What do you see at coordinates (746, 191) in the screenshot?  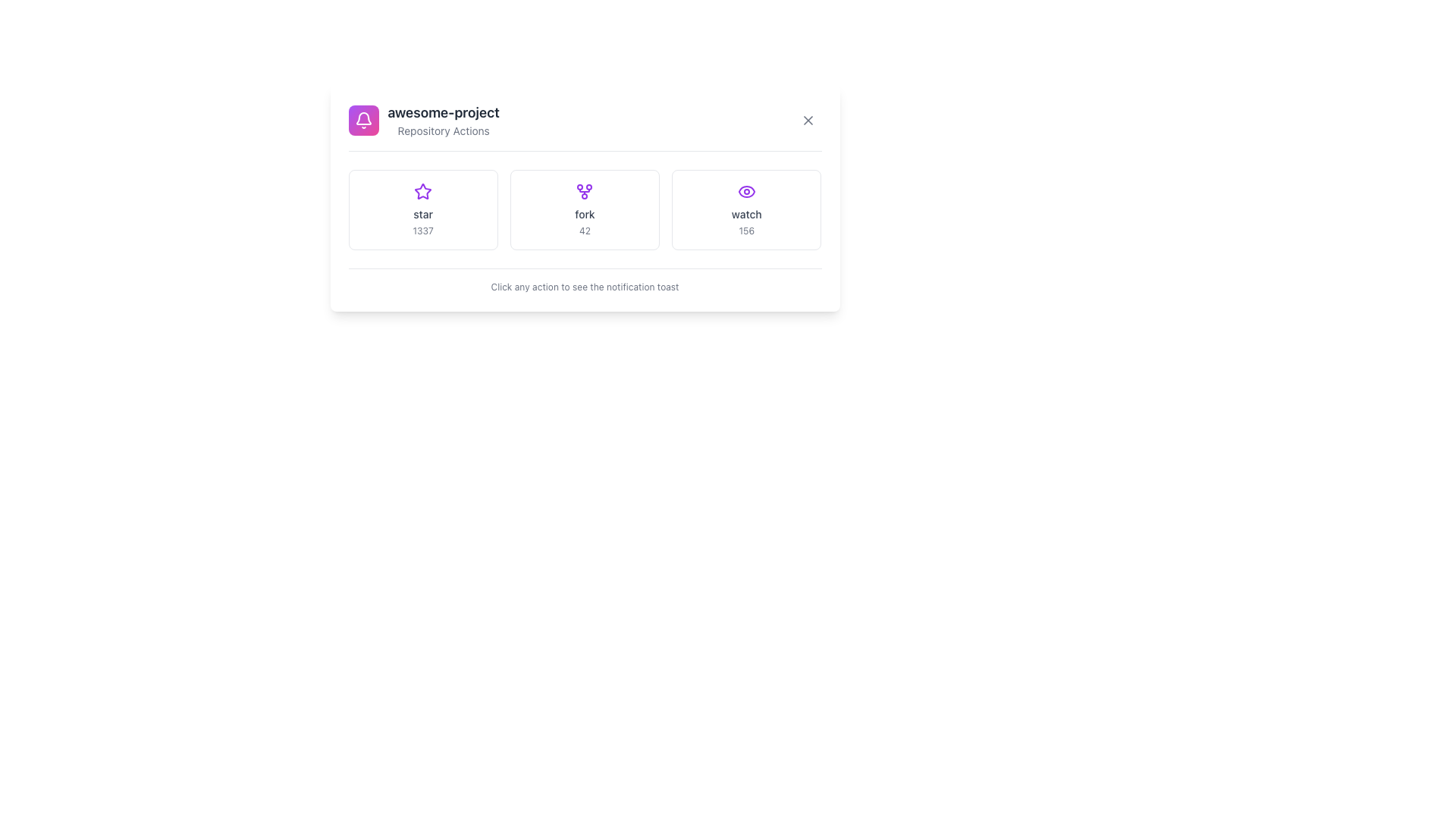 I see `the 'watch' icon located in the rightmost section of the interface, positioned above the label 'watch' and next to the numeric counter '156'` at bounding box center [746, 191].